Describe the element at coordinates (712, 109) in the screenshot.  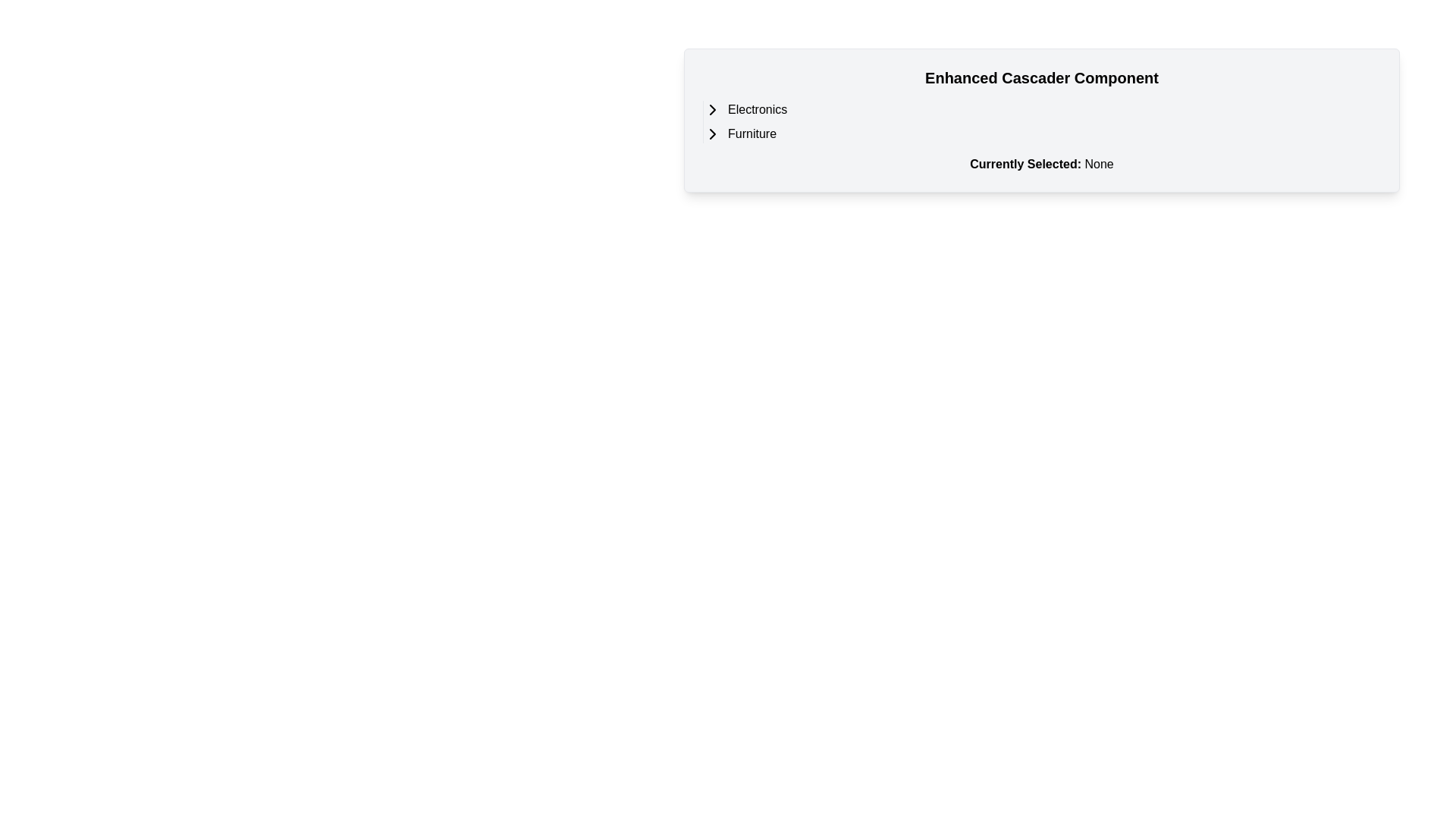
I see `the right-pointing chevron icon located to the left of the 'Electronics' text label` at that location.